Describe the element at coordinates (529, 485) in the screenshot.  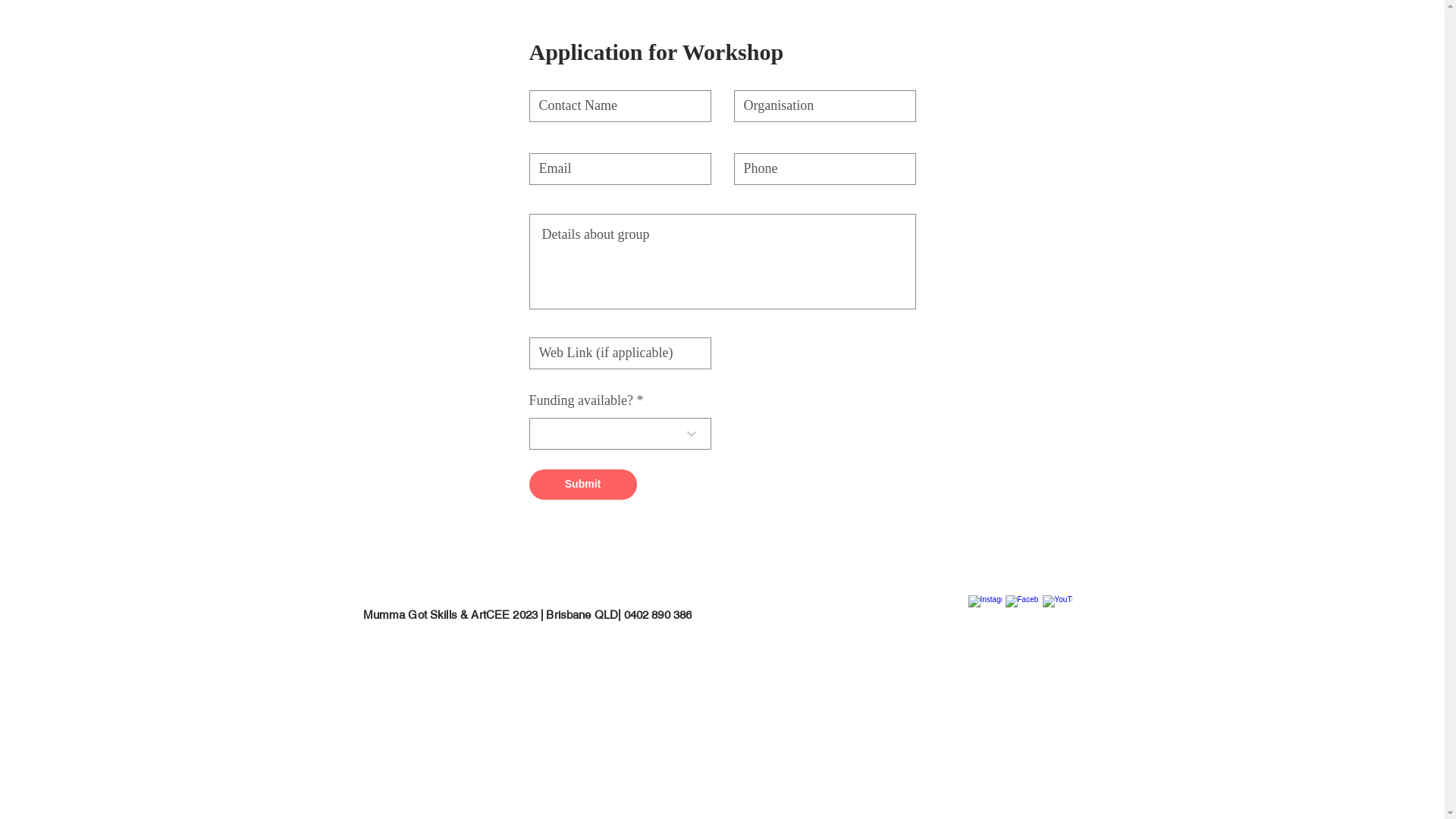
I see `'Submit'` at that location.